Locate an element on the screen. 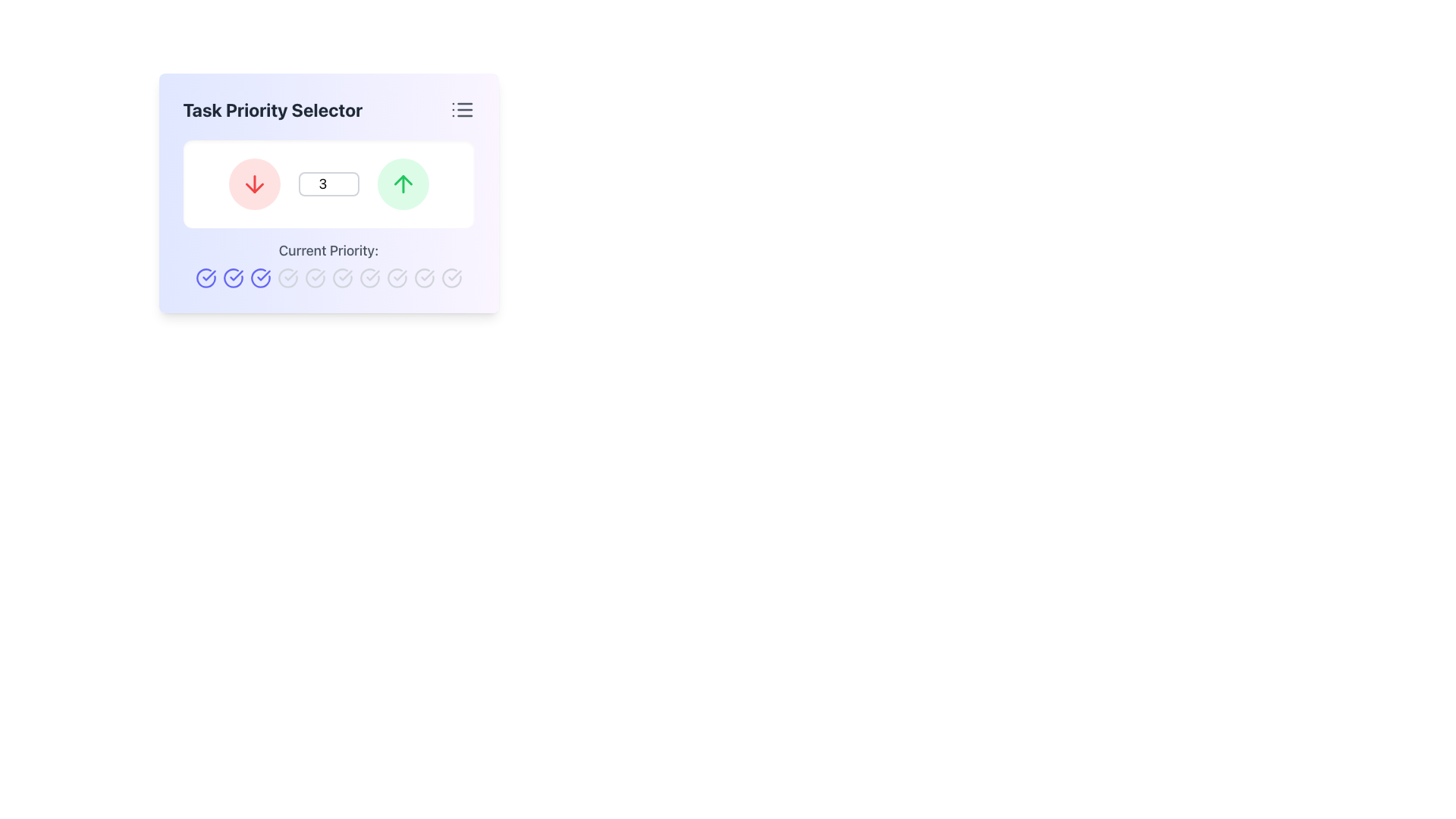  the second circular icon under the label 'Current Priority:' is located at coordinates (235, 275).